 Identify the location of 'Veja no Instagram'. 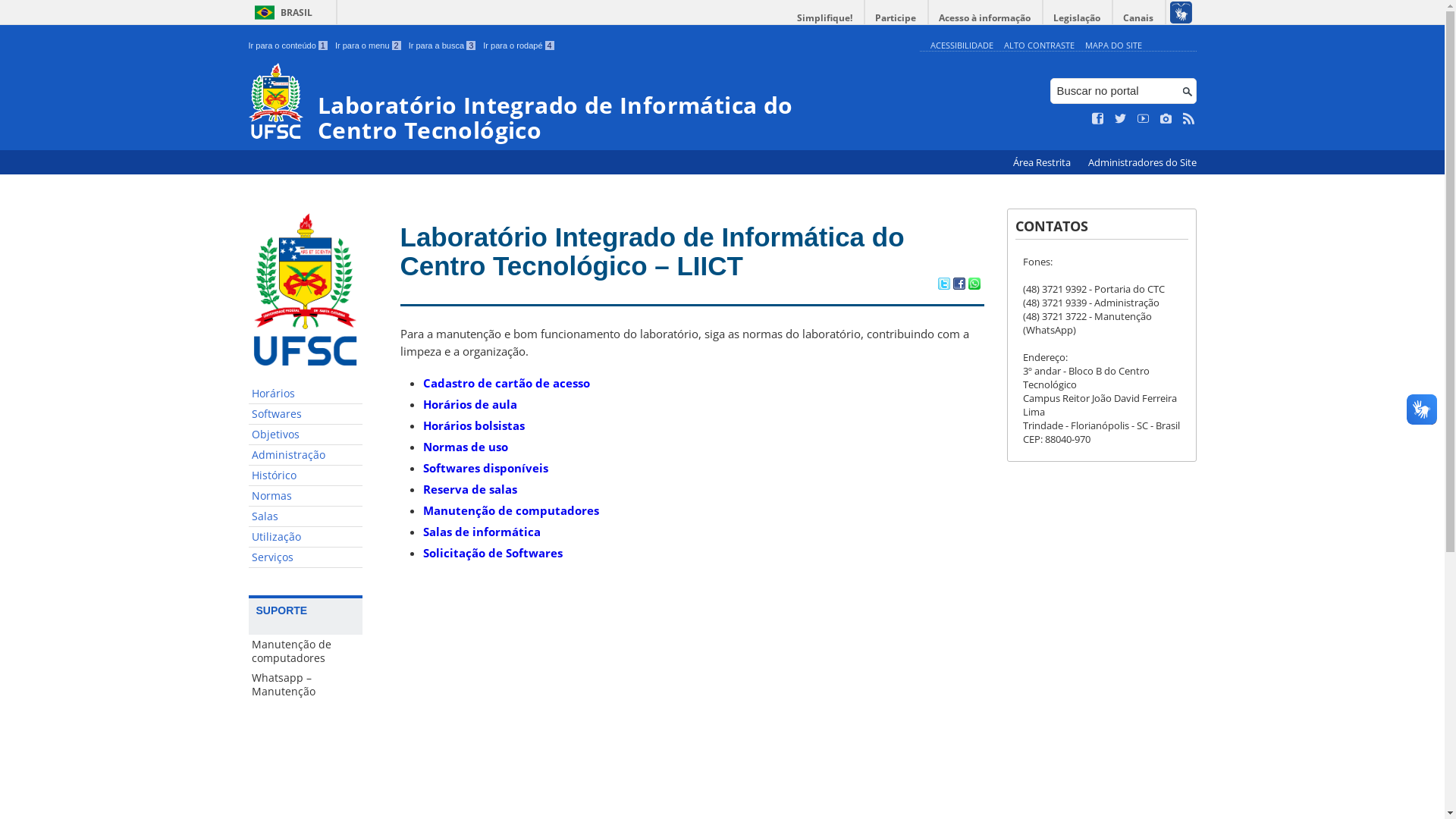
(1165, 118).